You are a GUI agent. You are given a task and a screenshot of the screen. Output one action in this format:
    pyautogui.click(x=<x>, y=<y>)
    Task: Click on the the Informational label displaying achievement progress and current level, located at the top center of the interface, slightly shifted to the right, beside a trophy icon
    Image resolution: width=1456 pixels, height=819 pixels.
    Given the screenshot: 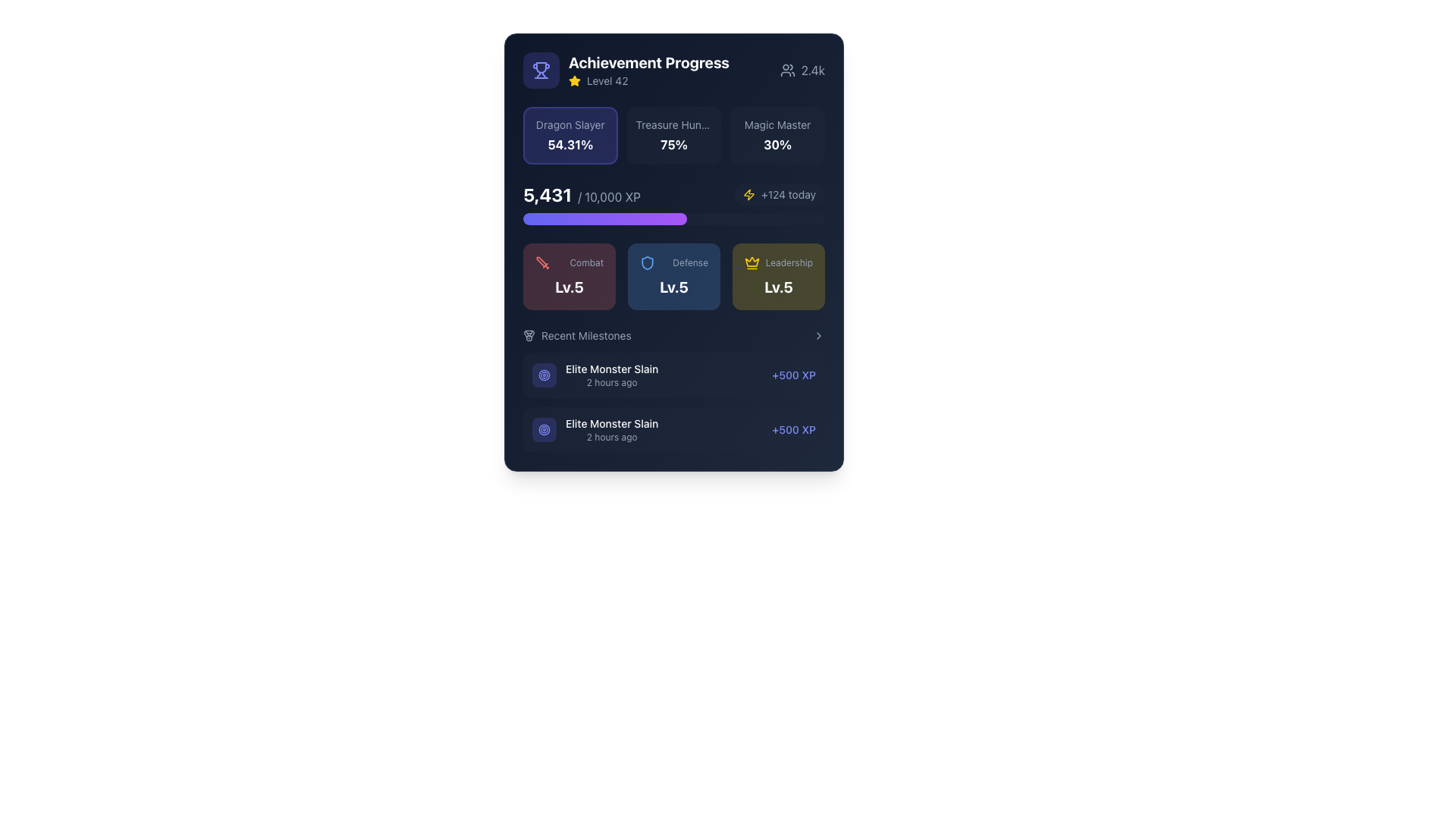 What is the action you would take?
    pyautogui.click(x=648, y=70)
    